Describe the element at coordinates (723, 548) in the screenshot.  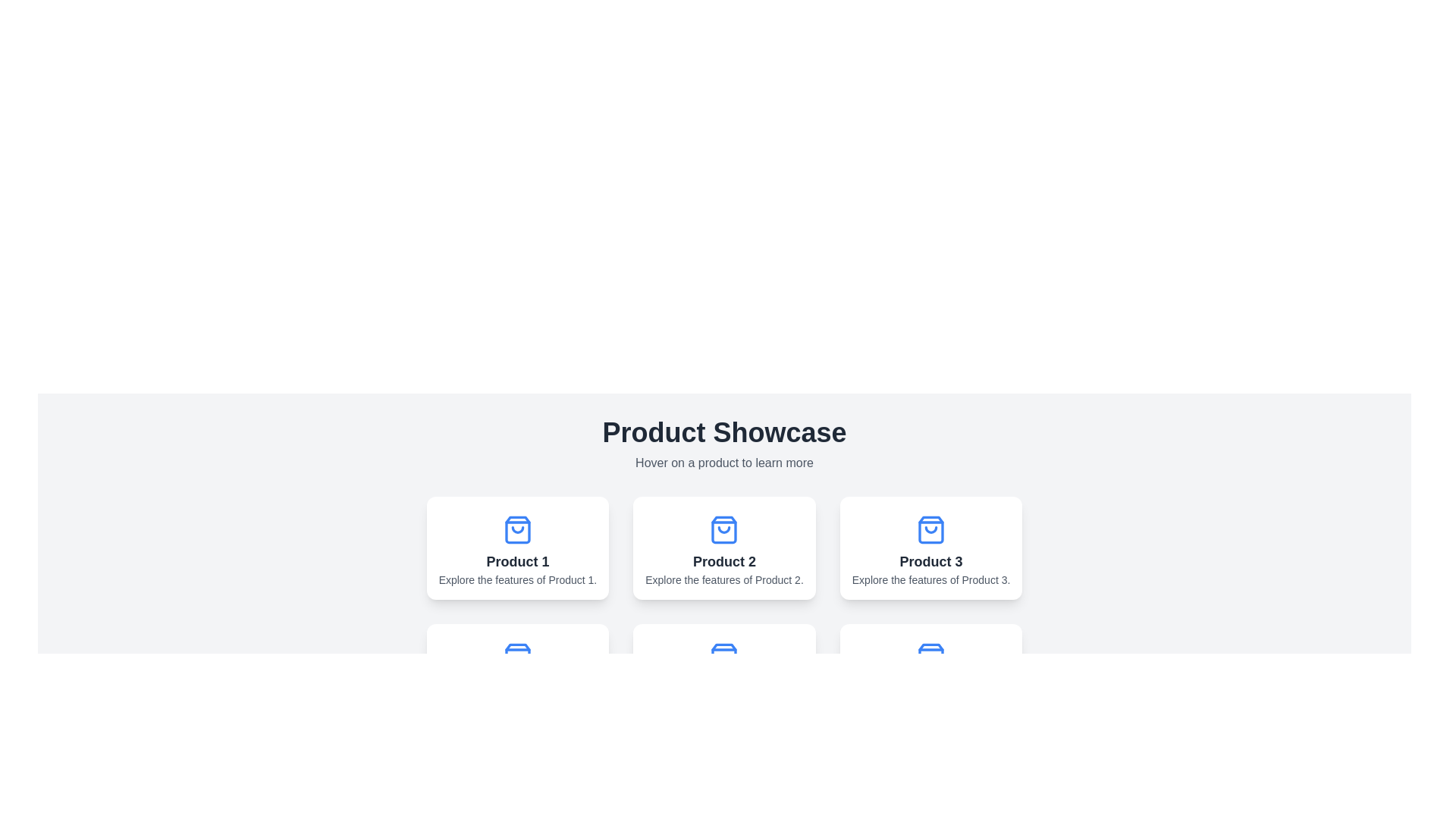
I see `the Interactive card representing 'Product 2'` at that location.